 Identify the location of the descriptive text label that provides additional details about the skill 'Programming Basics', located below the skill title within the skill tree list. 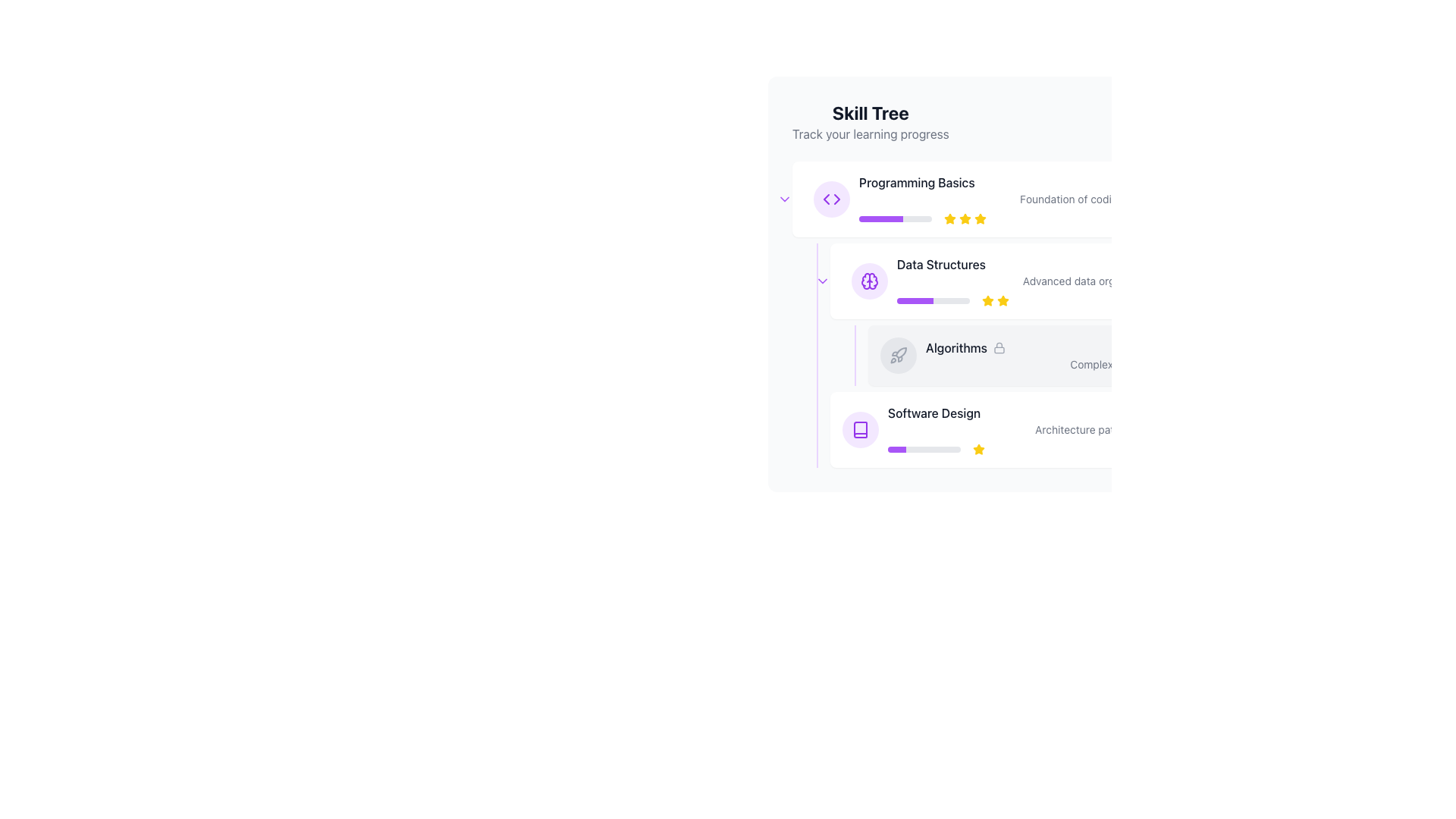
(1071, 198).